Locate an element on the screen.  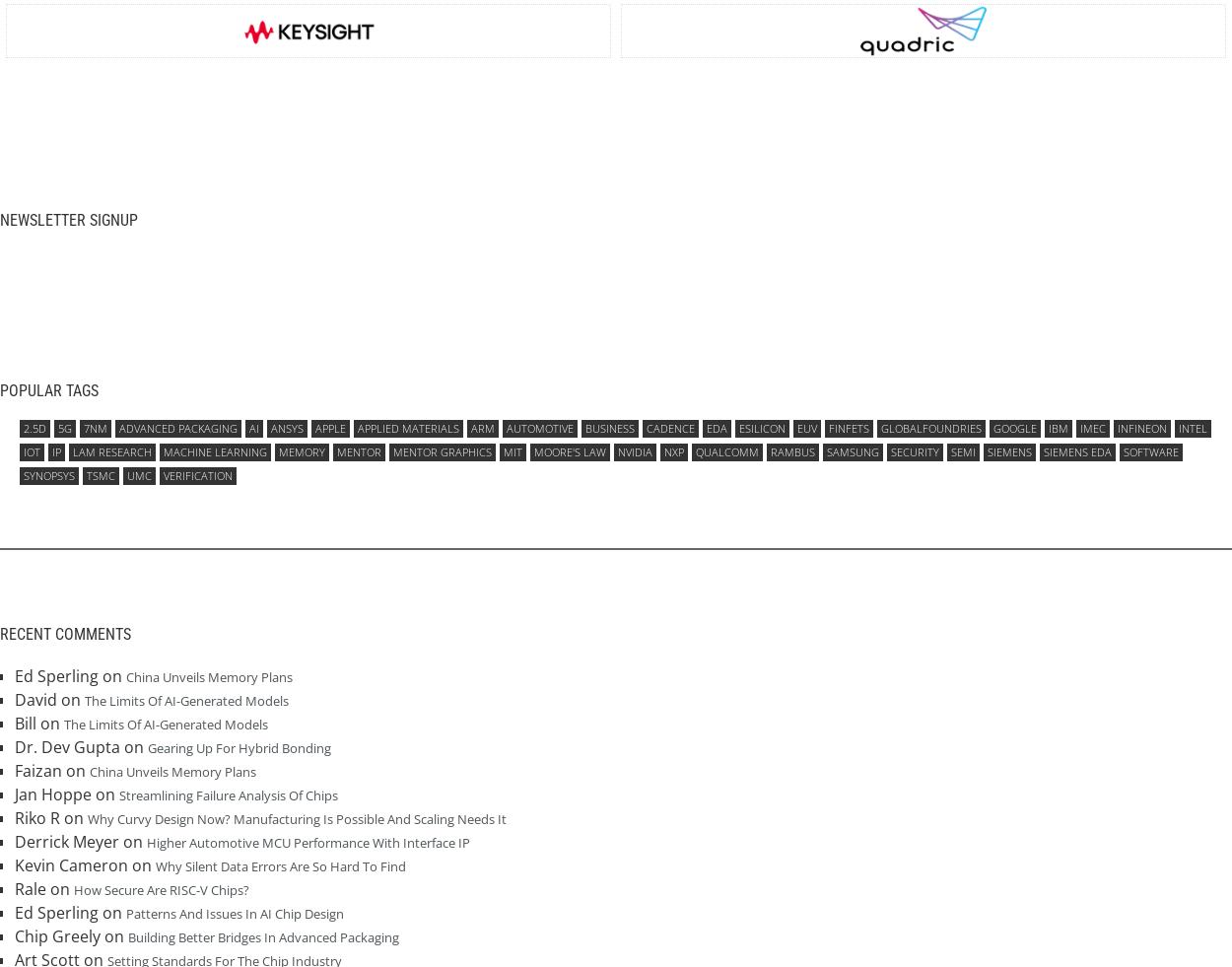
'advanced packaging' is located at coordinates (178, 427).